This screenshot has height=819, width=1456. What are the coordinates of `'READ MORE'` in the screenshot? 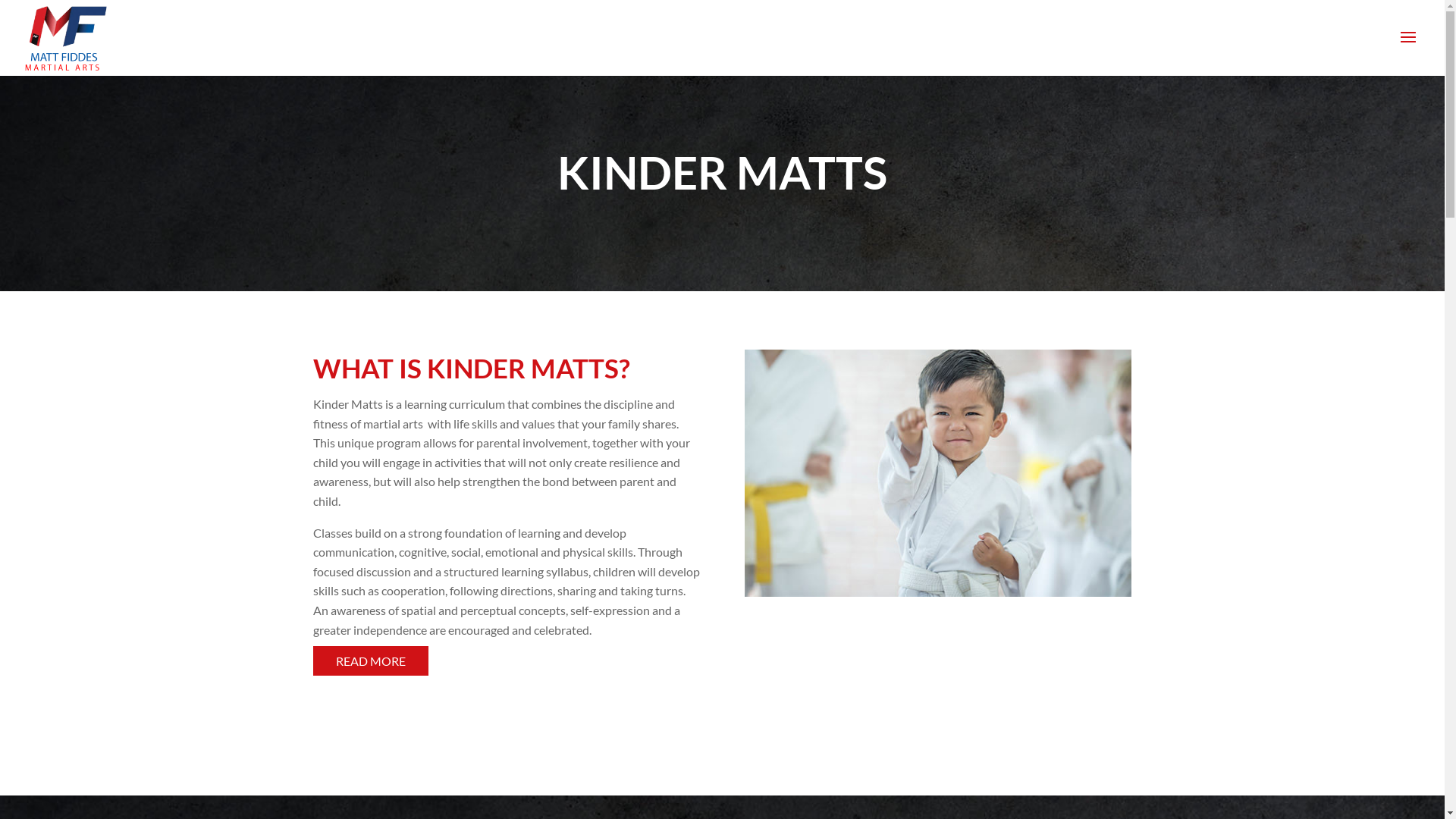 It's located at (312, 660).